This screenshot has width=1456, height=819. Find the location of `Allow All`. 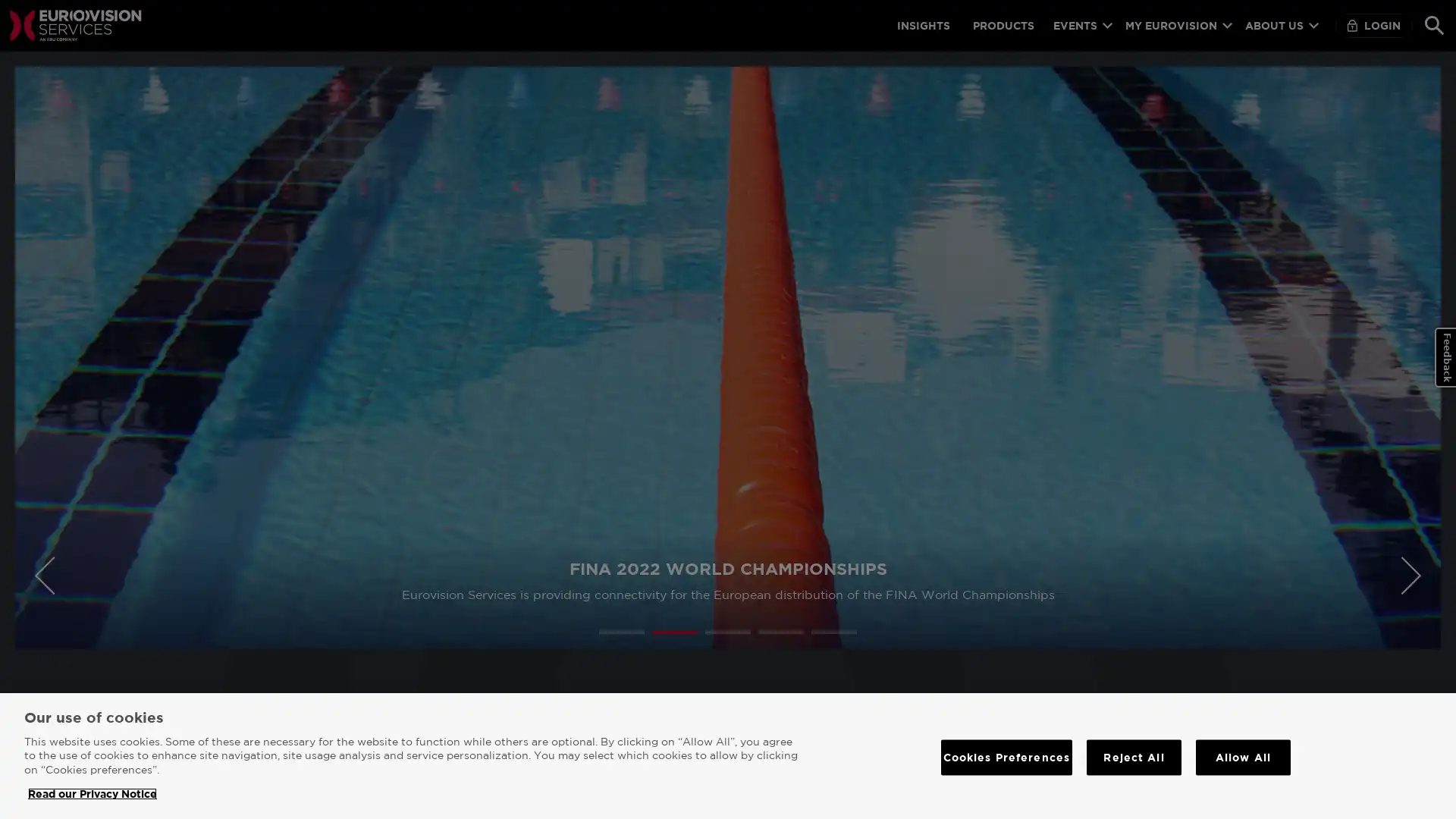

Allow All is located at coordinates (1243, 757).